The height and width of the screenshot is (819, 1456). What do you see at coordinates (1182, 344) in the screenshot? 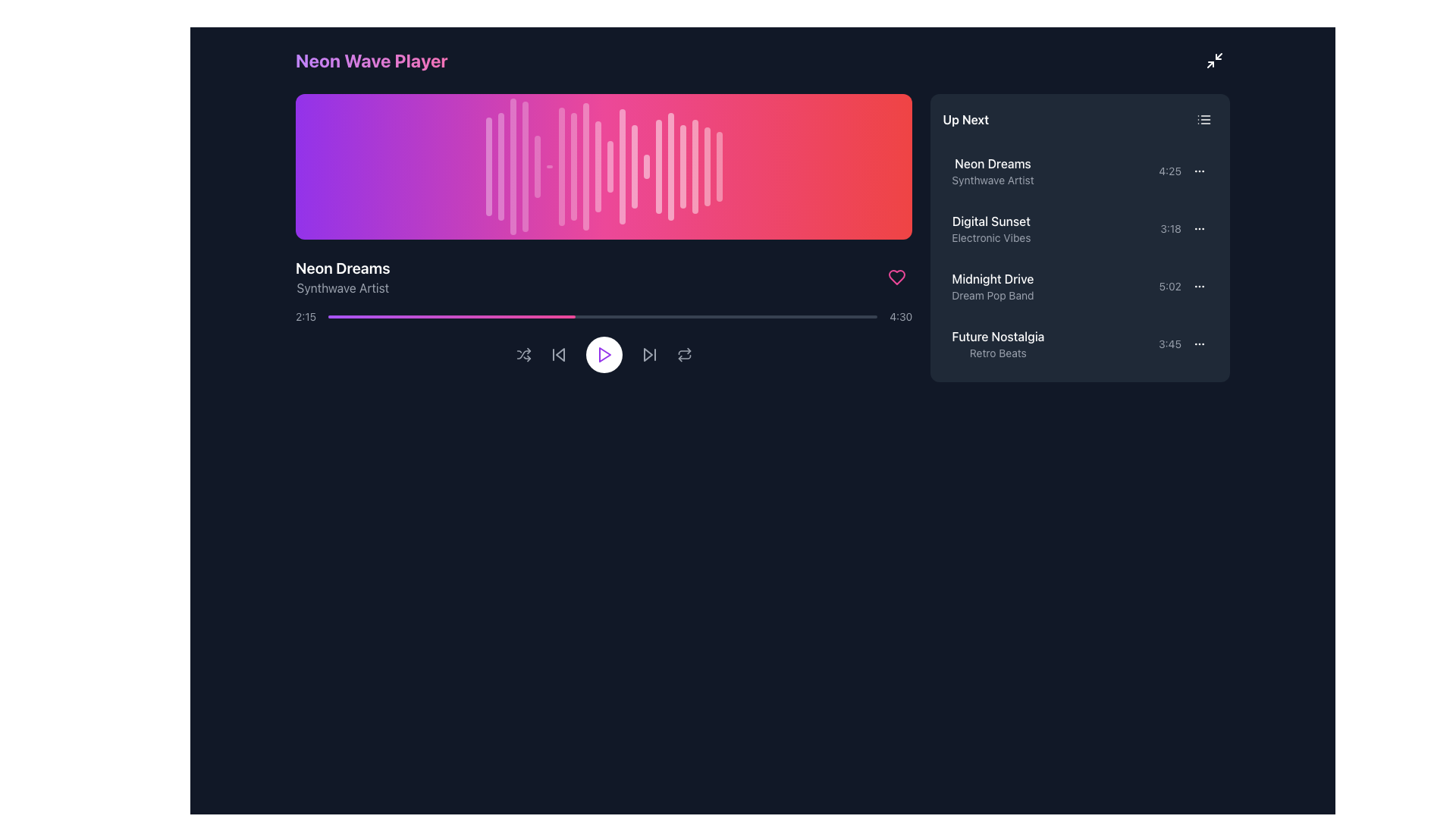
I see `the text displaying the duration of the track 'Future Nostalgia' with the associated ellipsis menu icon located in the bottom section of the 'Up Next' list in the right sidebar` at bounding box center [1182, 344].